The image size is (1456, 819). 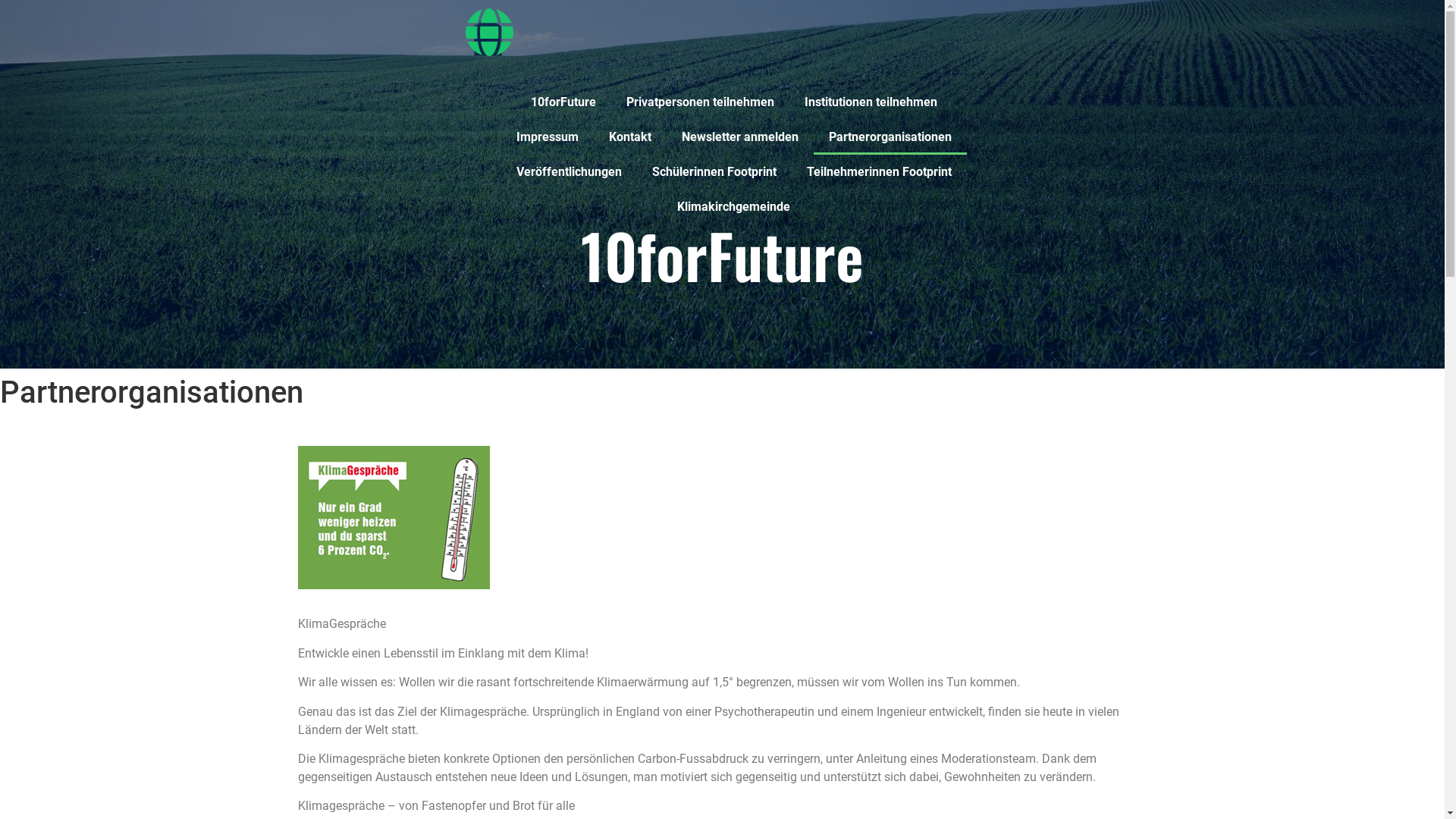 What do you see at coordinates (739, 137) in the screenshot?
I see `'Newsletter anmelden'` at bounding box center [739, 137].